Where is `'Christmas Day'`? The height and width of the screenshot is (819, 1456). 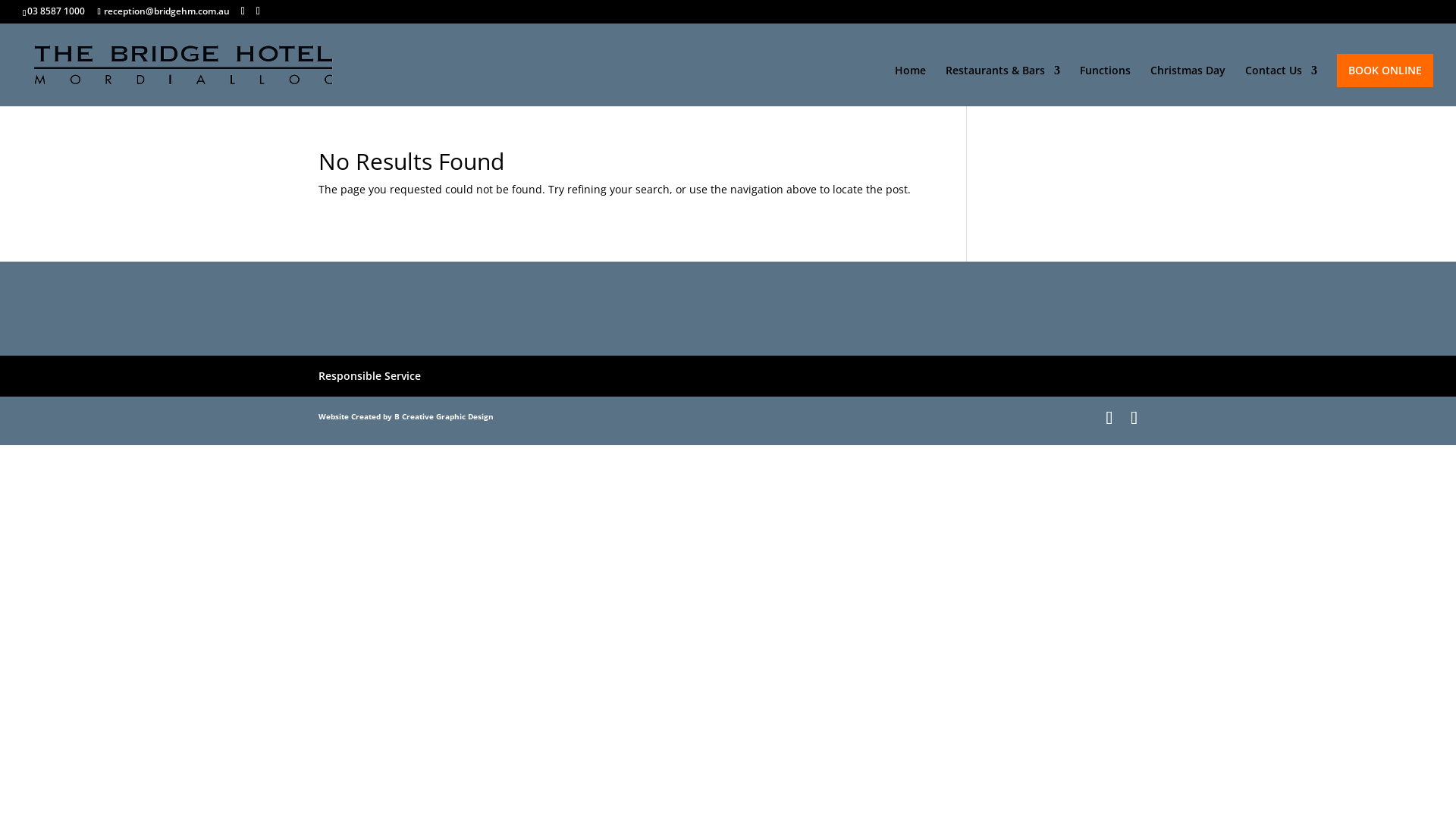
'Christmas Day' is located at coordinates (1150, 85).